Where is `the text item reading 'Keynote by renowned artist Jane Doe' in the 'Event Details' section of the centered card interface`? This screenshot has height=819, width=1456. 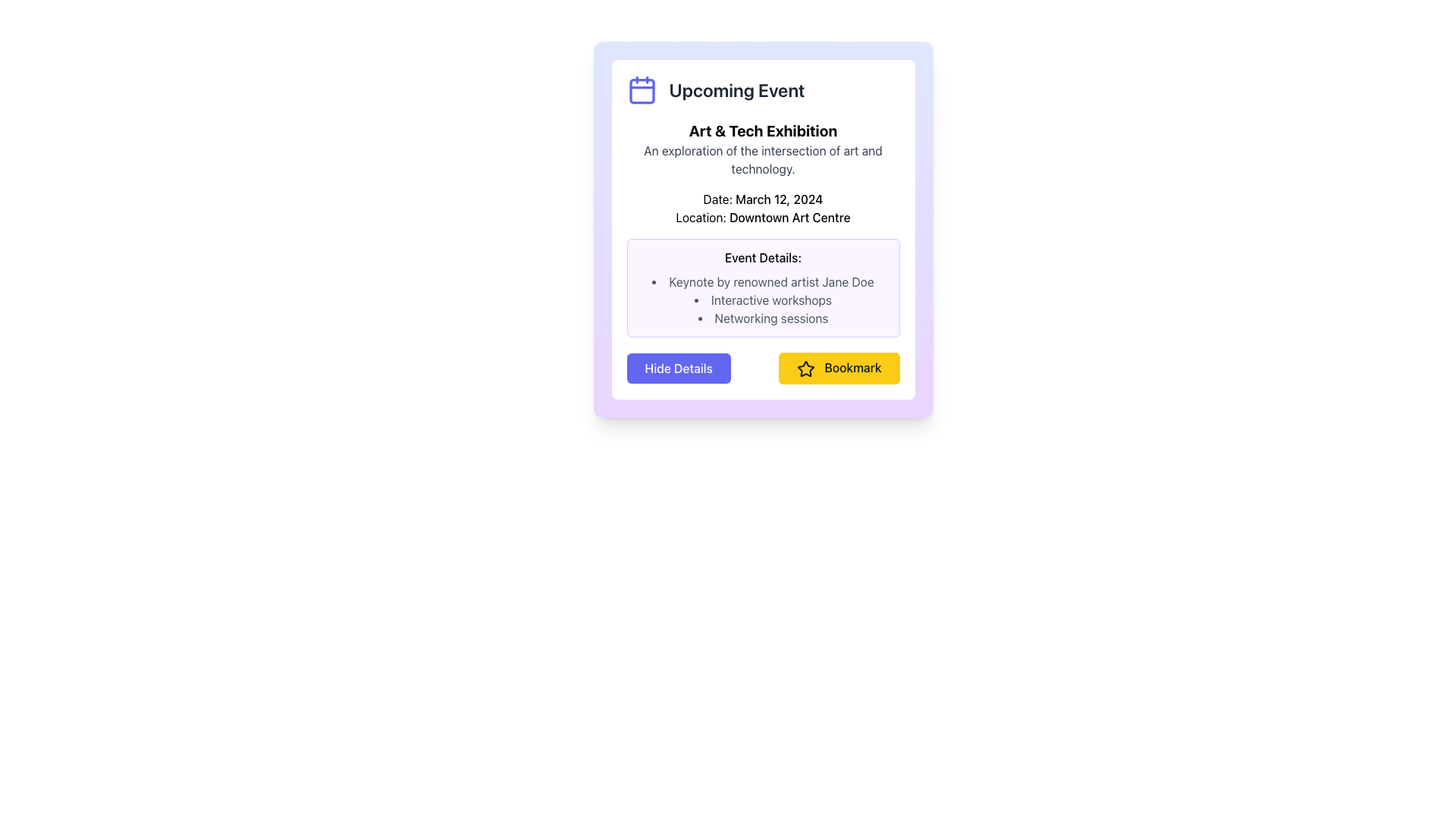
the text item reading 'Keynote by renowned artist Jane Doe' in the 'Event Details' section of the centered card interface is located at coordinates (763, 281).